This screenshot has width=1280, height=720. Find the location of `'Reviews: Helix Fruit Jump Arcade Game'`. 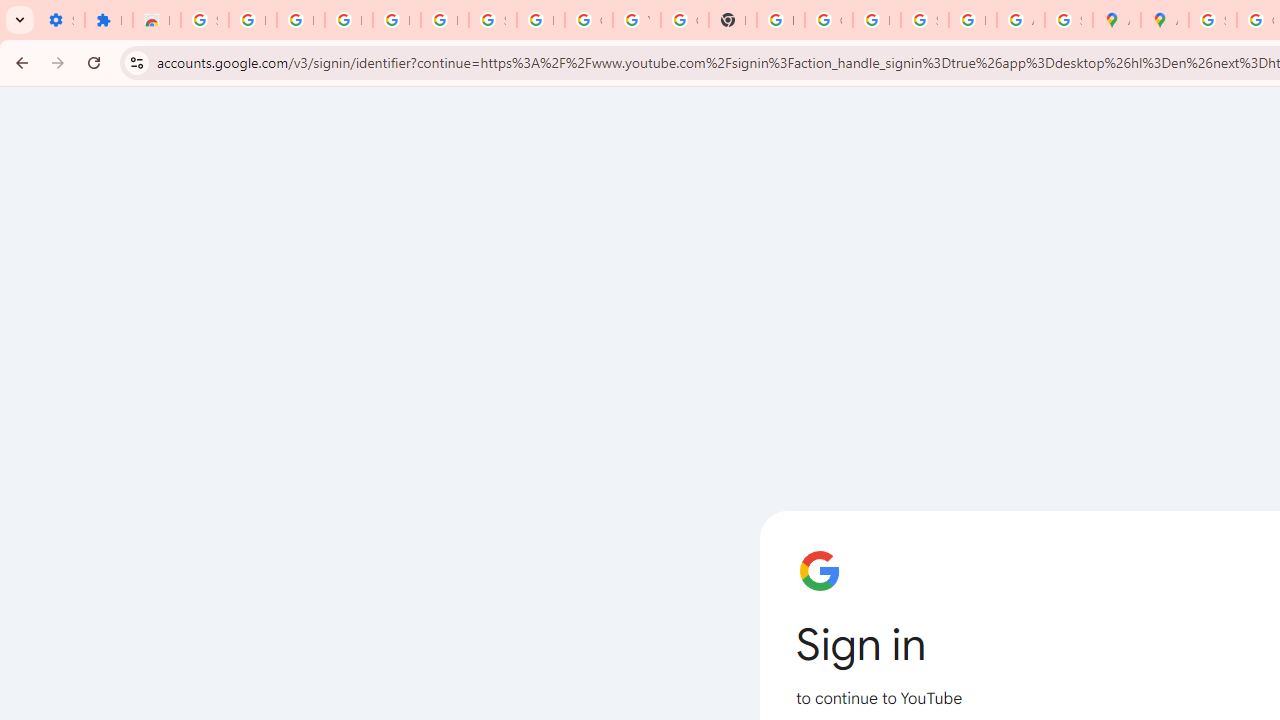

'Reviews: Helix Fruit Jump Arcade Game' is located at coordinates (155, 20).